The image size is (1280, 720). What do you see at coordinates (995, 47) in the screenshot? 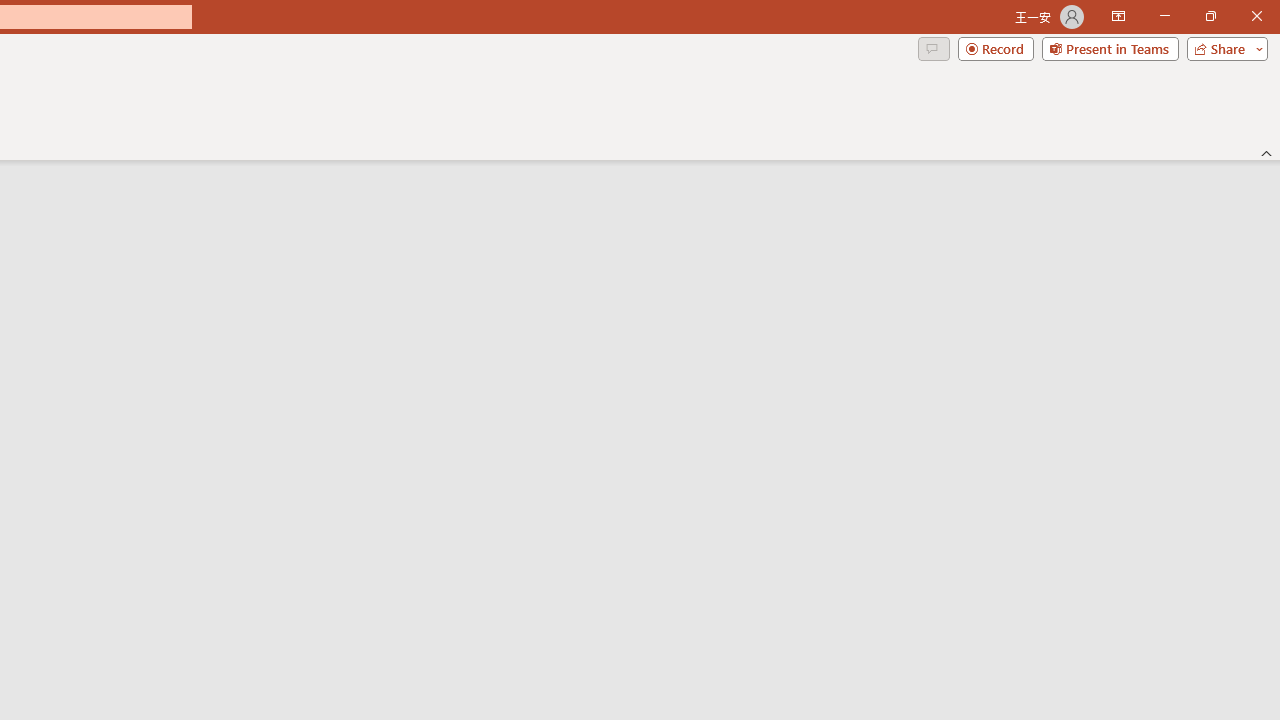
I see `'Record'` at bounding box center [995, 47].